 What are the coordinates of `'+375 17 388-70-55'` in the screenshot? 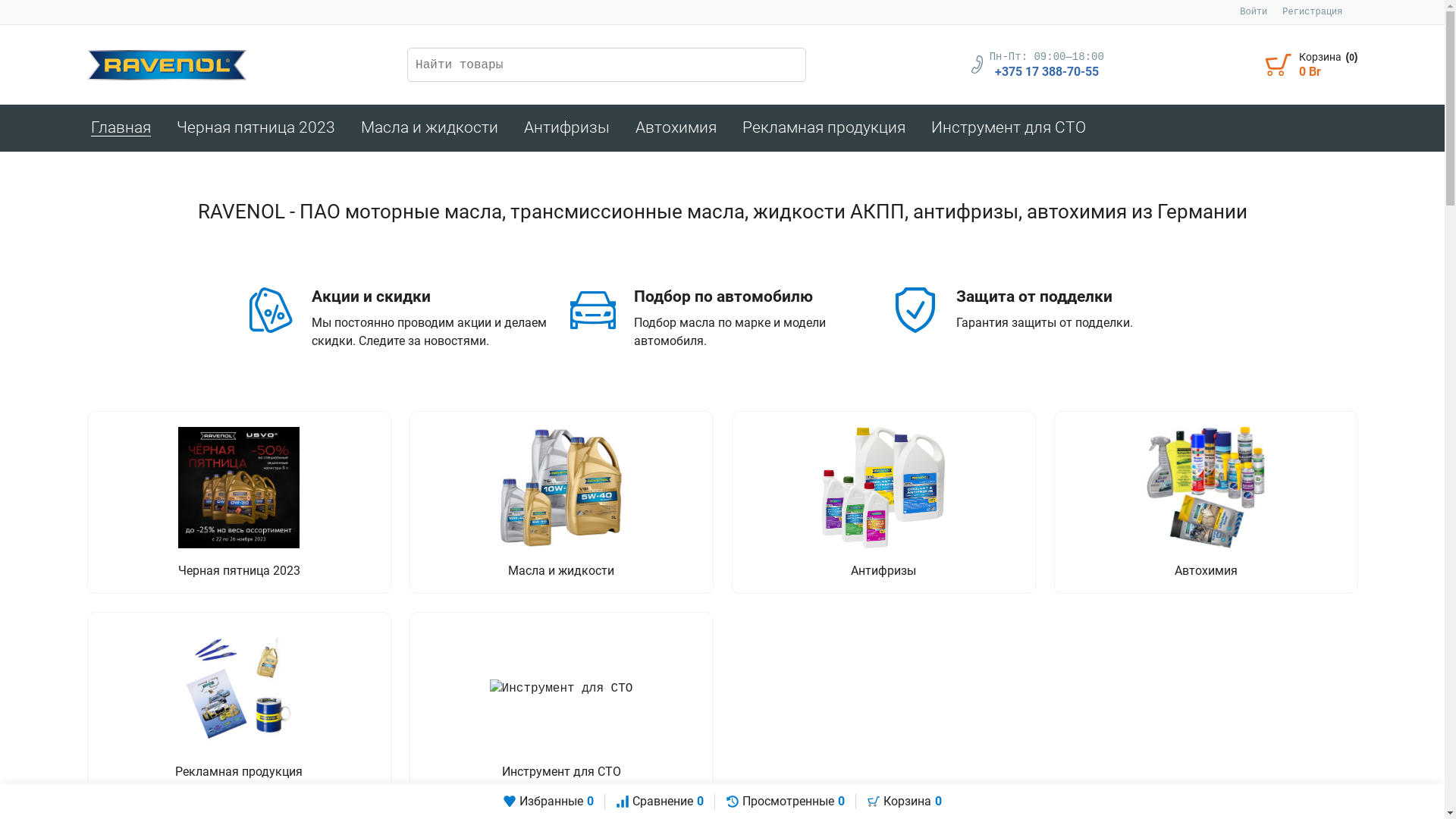 It's located at (994, 72).